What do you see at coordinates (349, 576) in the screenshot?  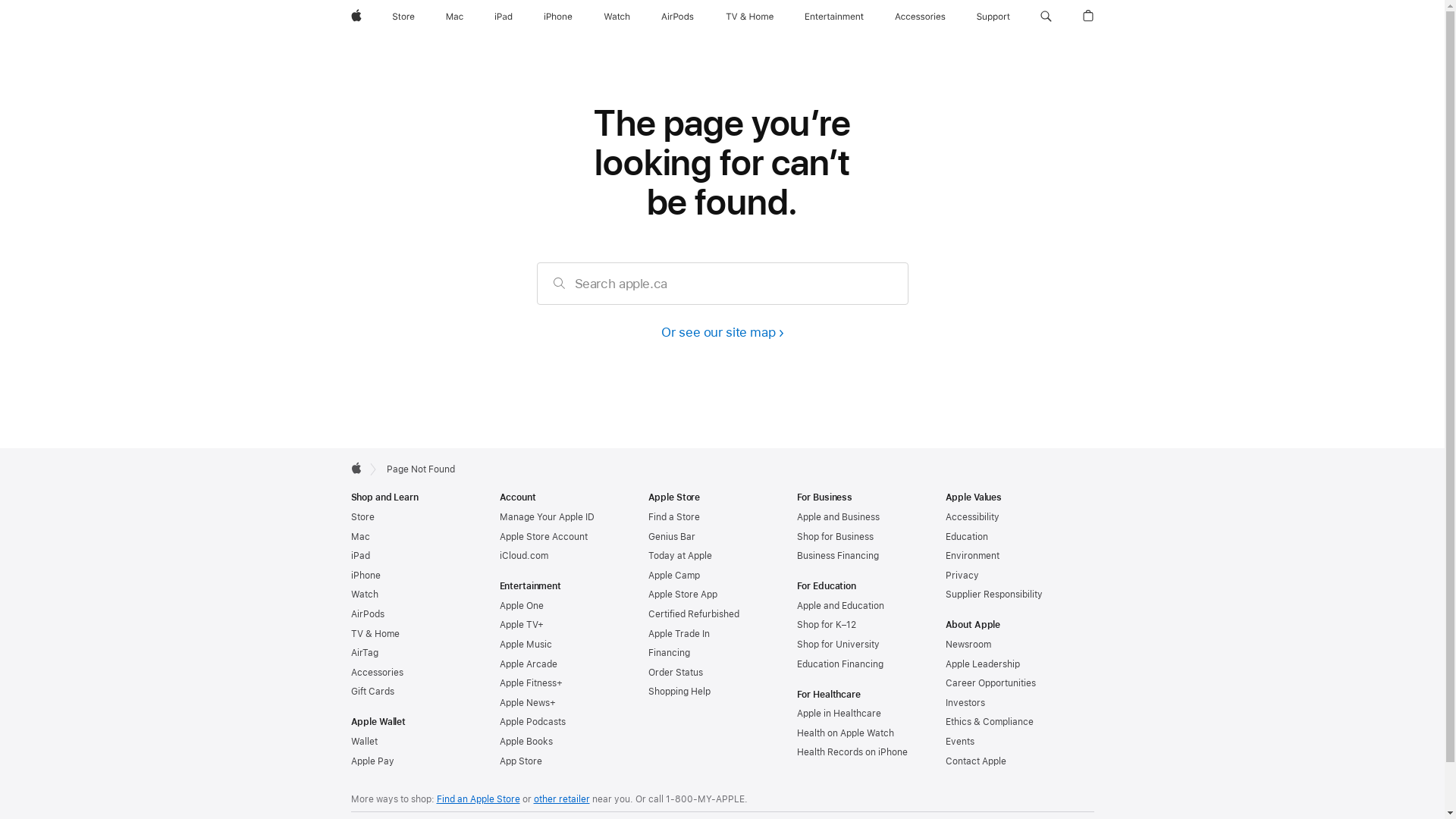 I see `'iPhone'` at bounding box center [349, 576].